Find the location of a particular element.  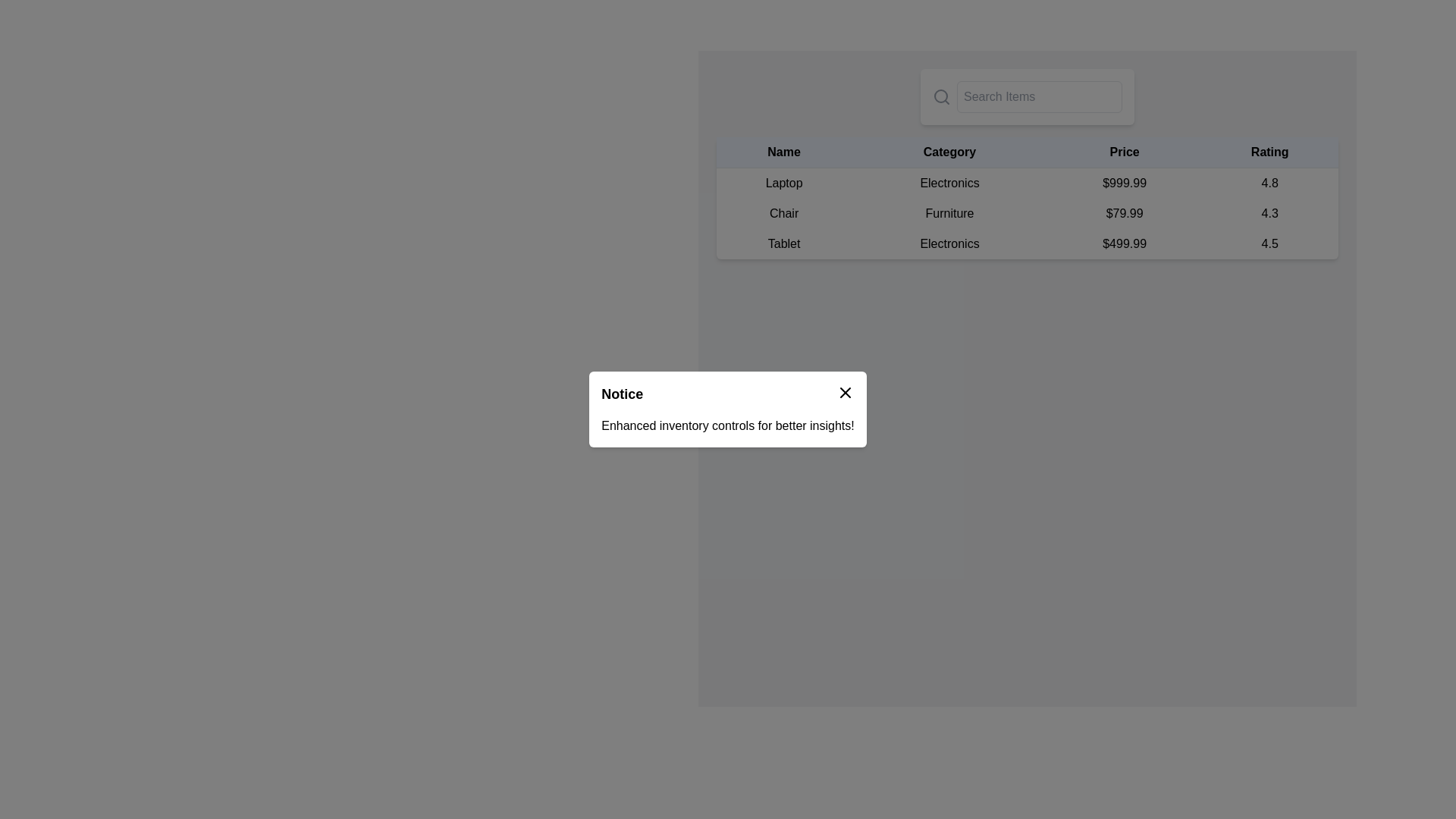

the Text label displaying the price of the Tablet in the Price column of the table, located next to 'Electronics' and '4.5' is located at coordinates (1125, 243).